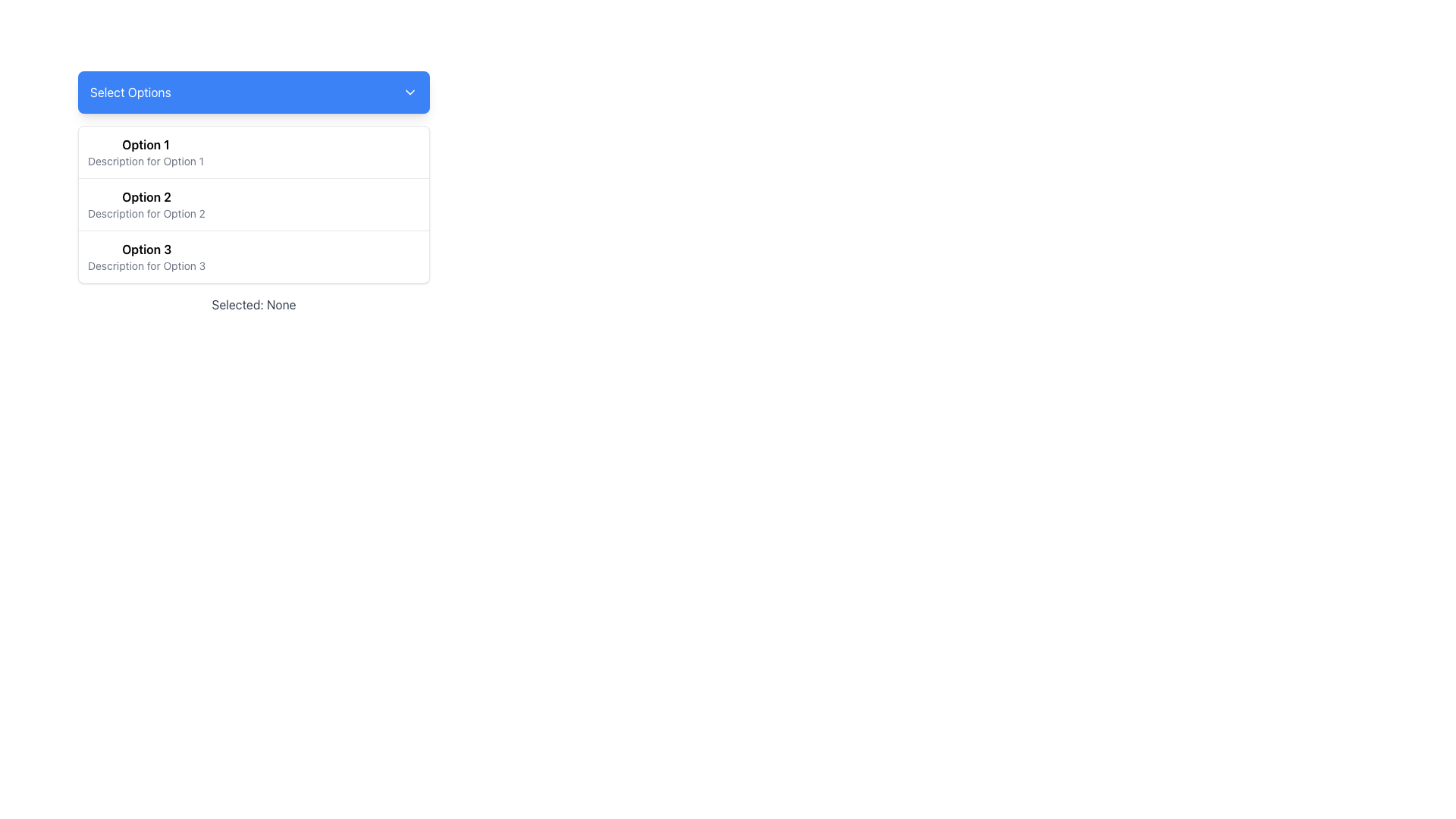 The height and width of the screenshot is (819, 1456). Describe the element at coordinates (254, 304) in the screenshot. I see `status displayed in the static text label located at the bottom of the dropdown component, which indicates the currently selected option` at that location.